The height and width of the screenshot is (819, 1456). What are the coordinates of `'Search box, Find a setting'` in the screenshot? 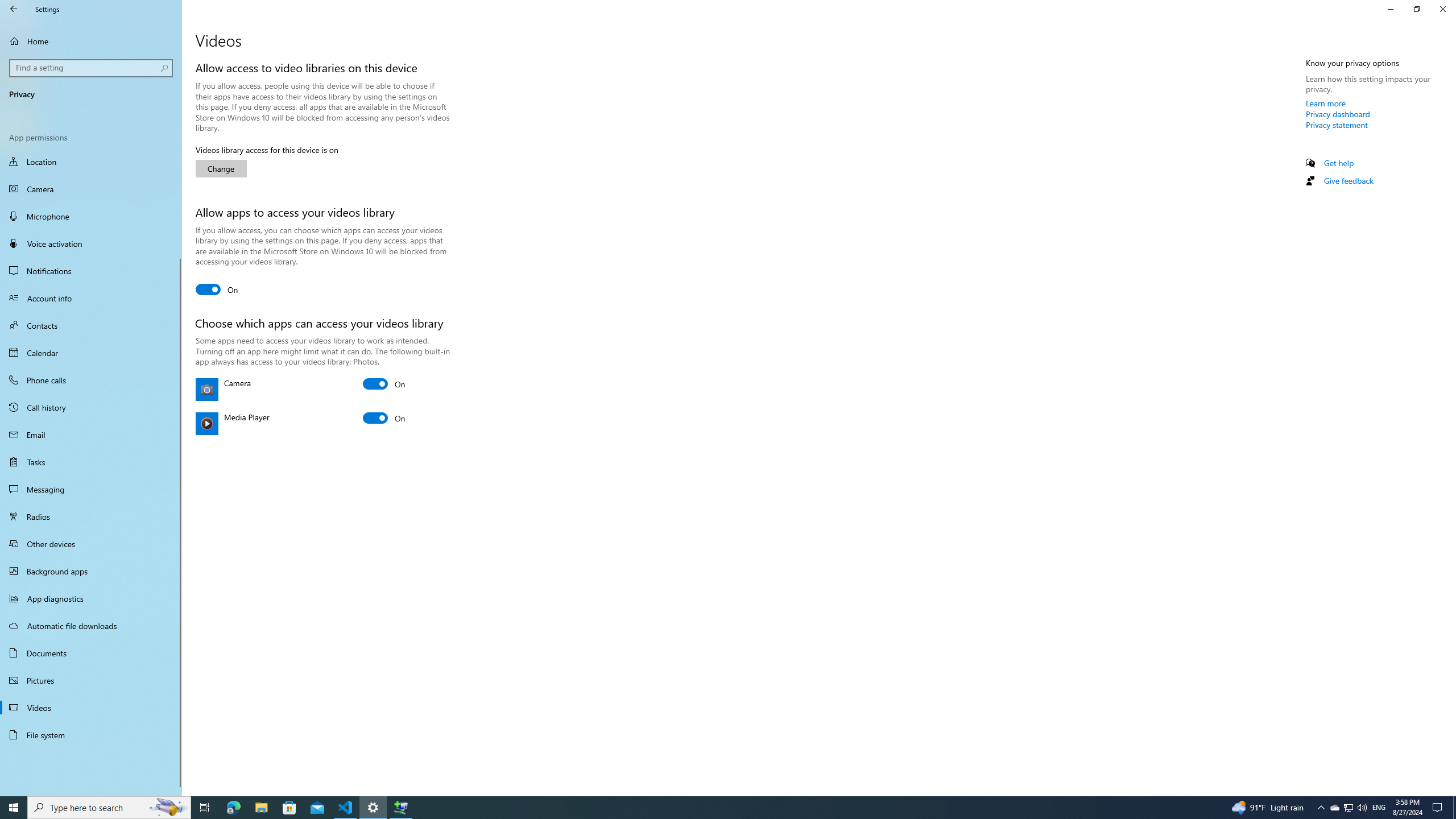 It's located at (91, 67).